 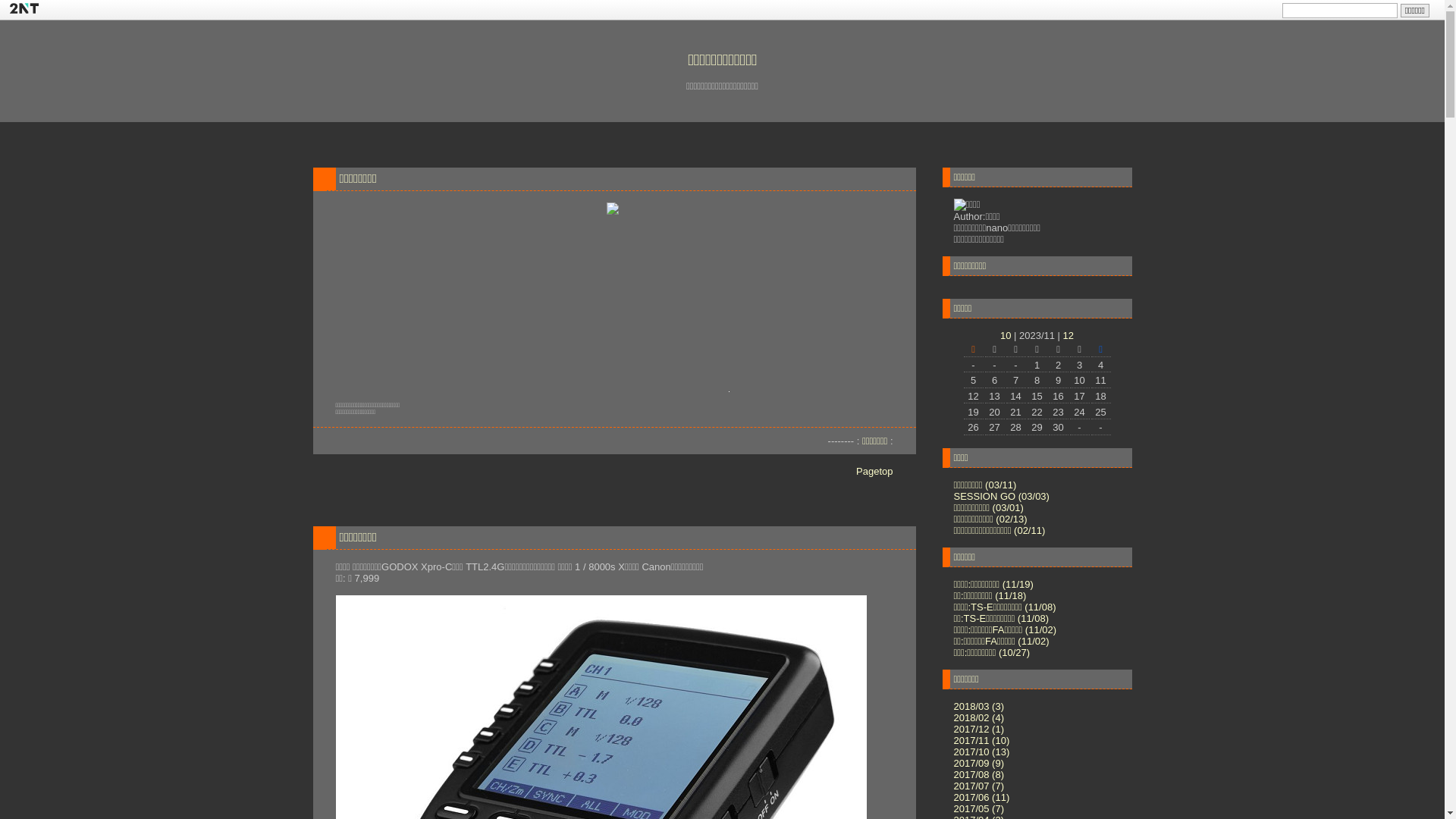 I want to click on '2017/07 (7)', so click(x=952, y=785).